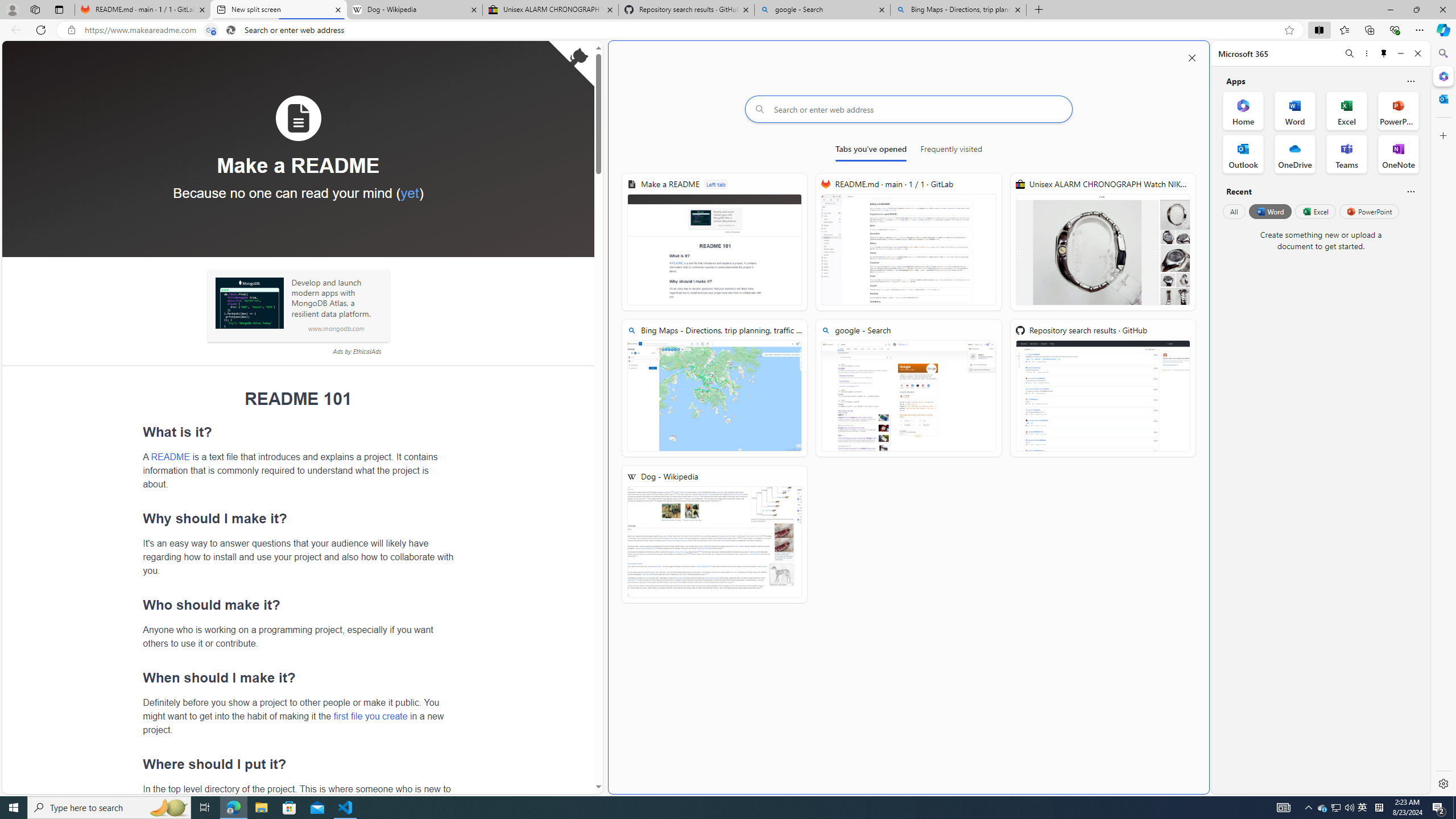 The image size is (1456, 819). I want to click on 'Dog - Wikipedia', so click(714, 534).